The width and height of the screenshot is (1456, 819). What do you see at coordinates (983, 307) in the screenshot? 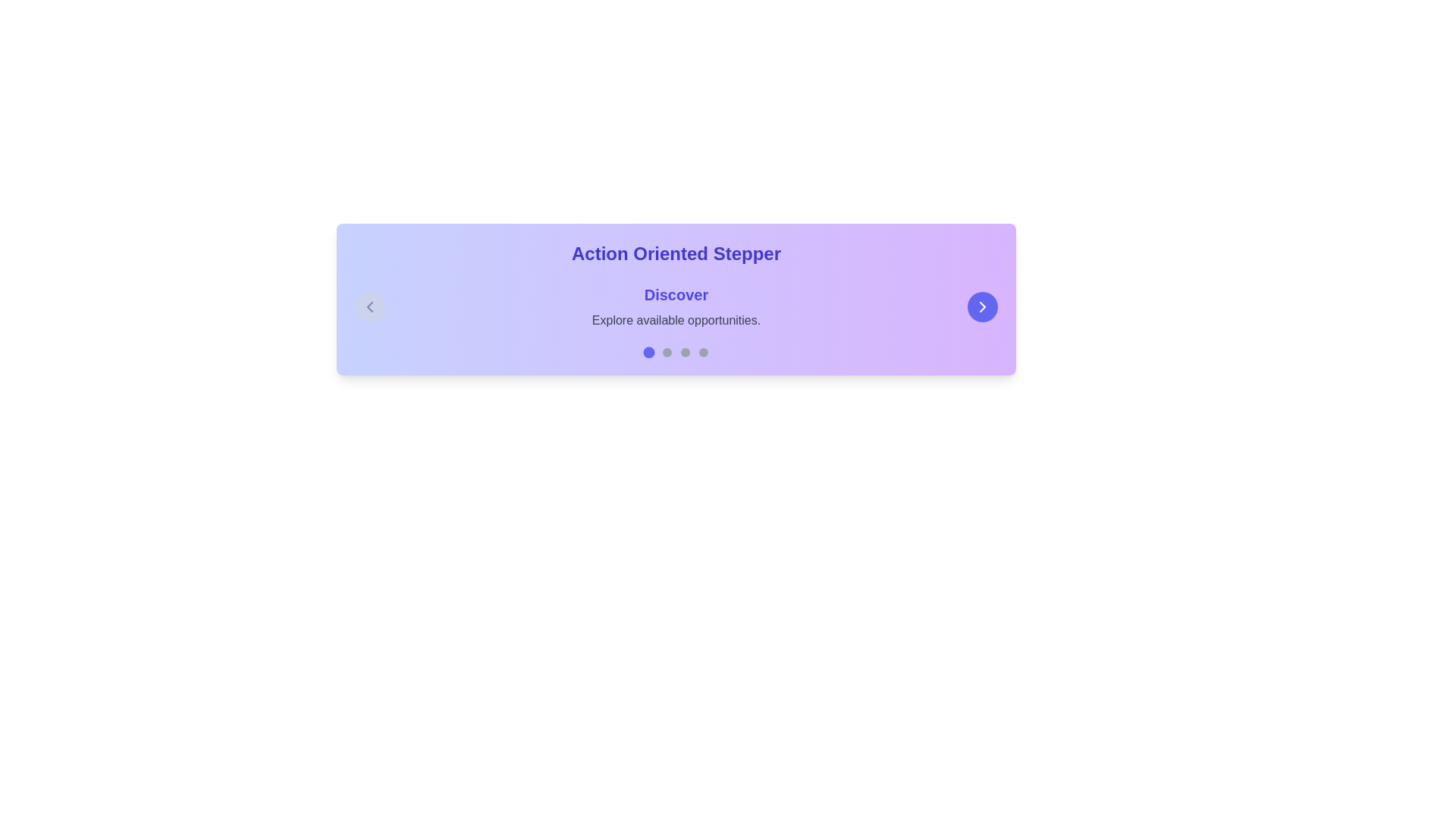
I see `the button with an embedded chevron icon located at the far right end of the stepper interface` at bounding box center [983, 307].